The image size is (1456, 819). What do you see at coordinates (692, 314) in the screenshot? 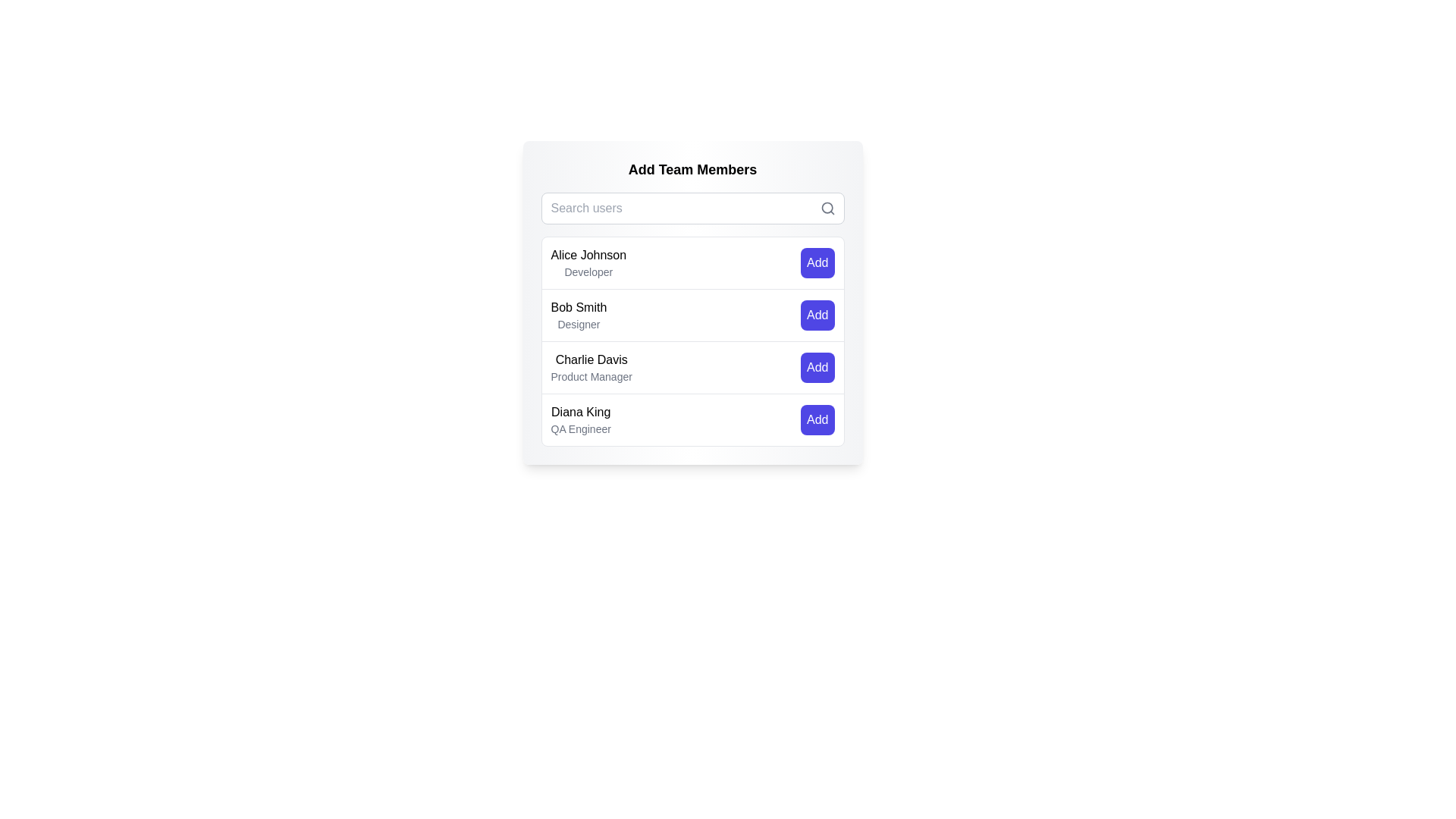
I see `or copy the text of the list item representing the team member 'Bob Smith, Designer' by interacting with the element` at bounding box center [692, 314].